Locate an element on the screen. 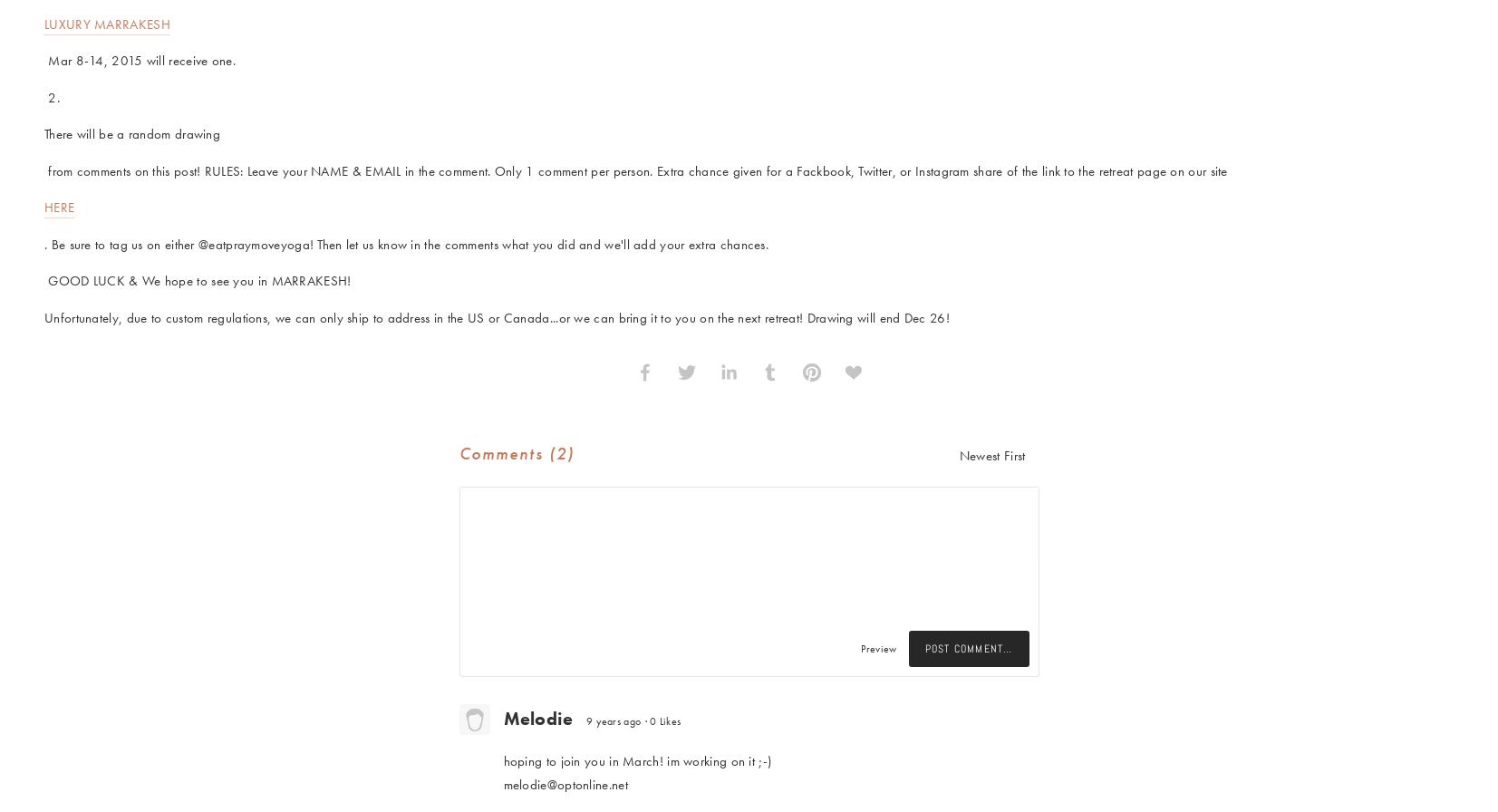 The height and width of the screenshot is (812, 1498). 'Newest First' is located at coordinates (991, 456).